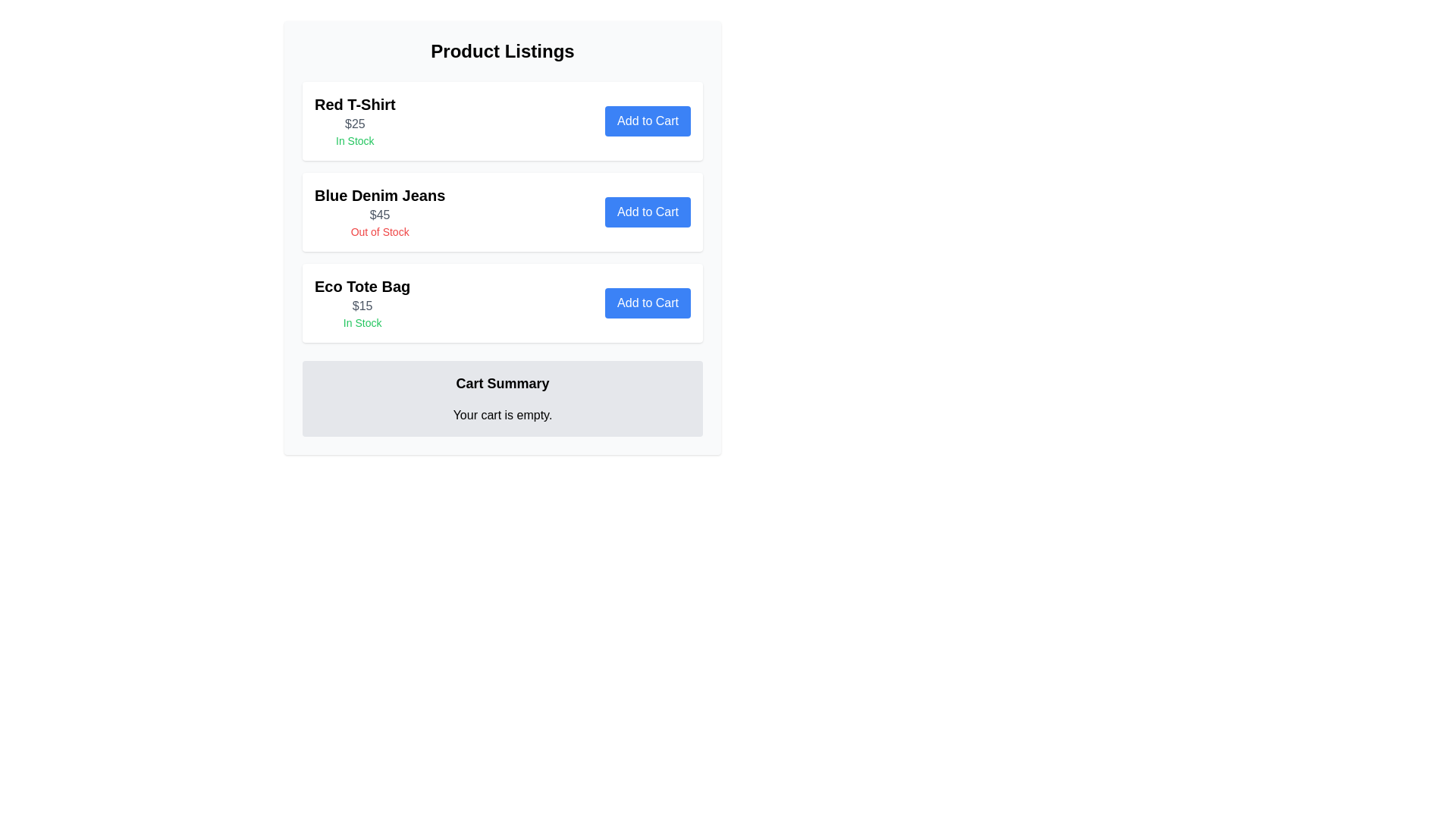 Image resolution: width=1456 pixels, height=819 pixels. What do you see at coordinates (502, 415) in the screenshot?
I see `the Text Label that informs users of an empty shopping cart, located beneath 'Cart Summary'` at bounding box center [502, 415].